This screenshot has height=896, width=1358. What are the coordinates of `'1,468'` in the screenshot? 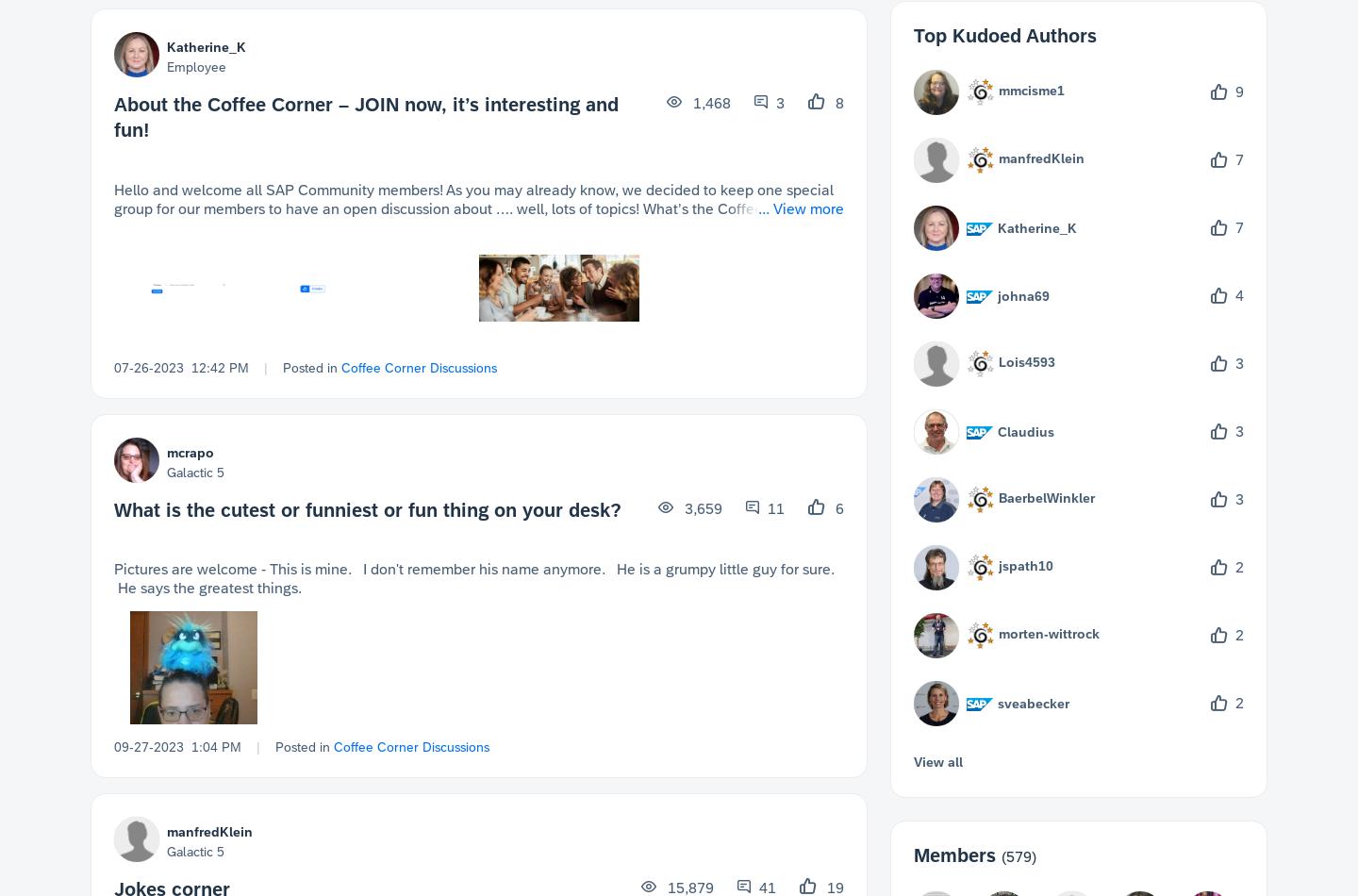 It's located at (708, 103).